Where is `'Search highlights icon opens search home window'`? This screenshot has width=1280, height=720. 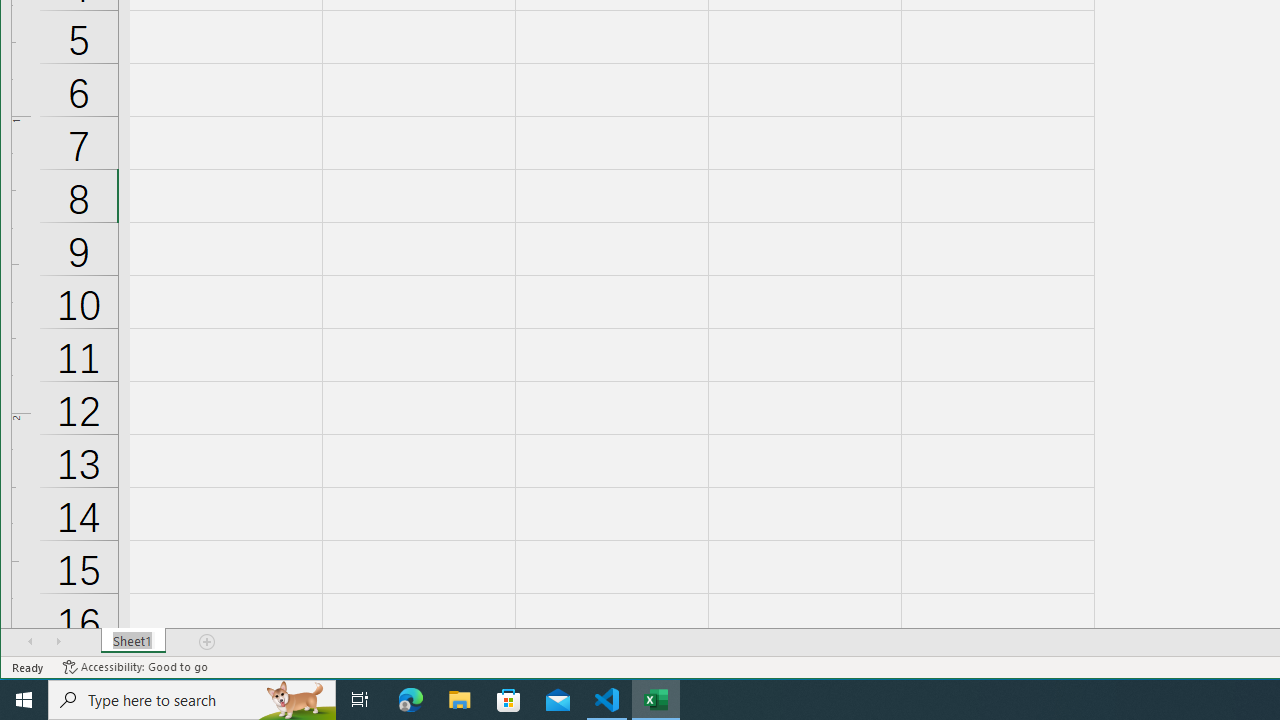
'Search highlights icon opens search home window' is located at coordinates (294, 698).